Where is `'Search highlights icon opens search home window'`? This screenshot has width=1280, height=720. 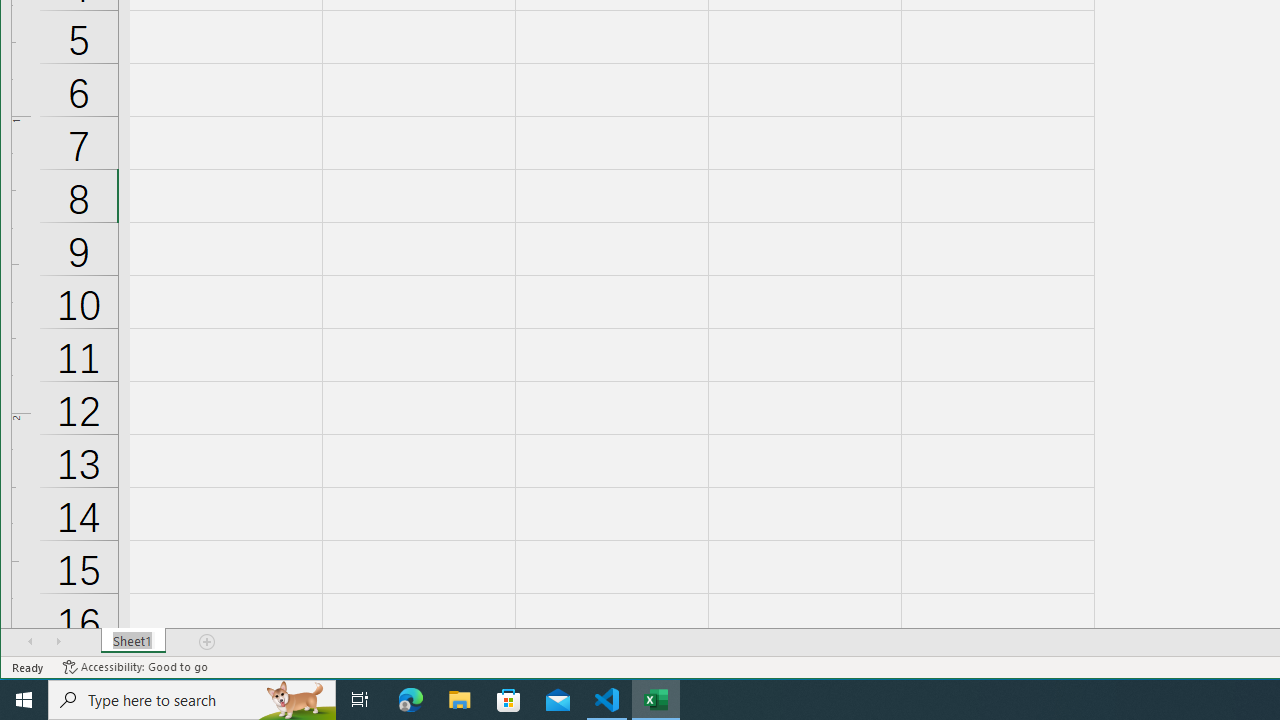
'Search highlights icon opens search home window' is located at coordinates (294, 698).